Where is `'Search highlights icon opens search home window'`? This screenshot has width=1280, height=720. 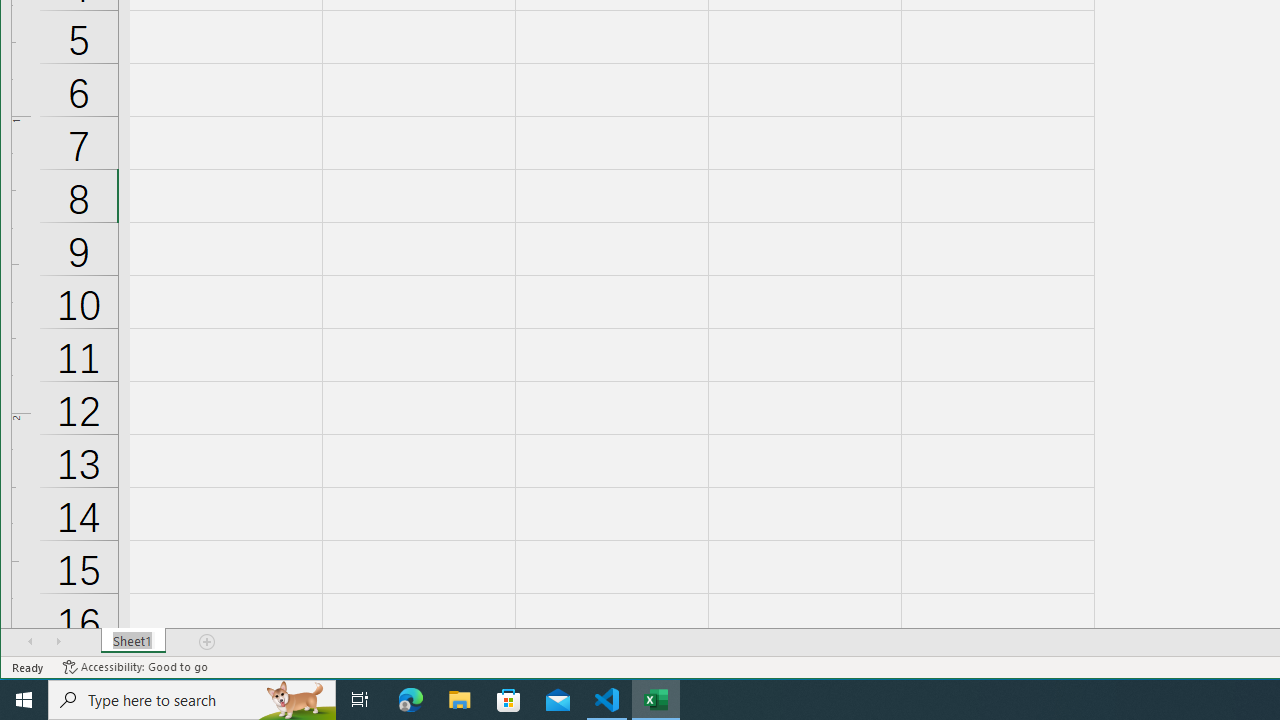
'Search highlights icon opens search home window' is located at coordinates (294, 698).